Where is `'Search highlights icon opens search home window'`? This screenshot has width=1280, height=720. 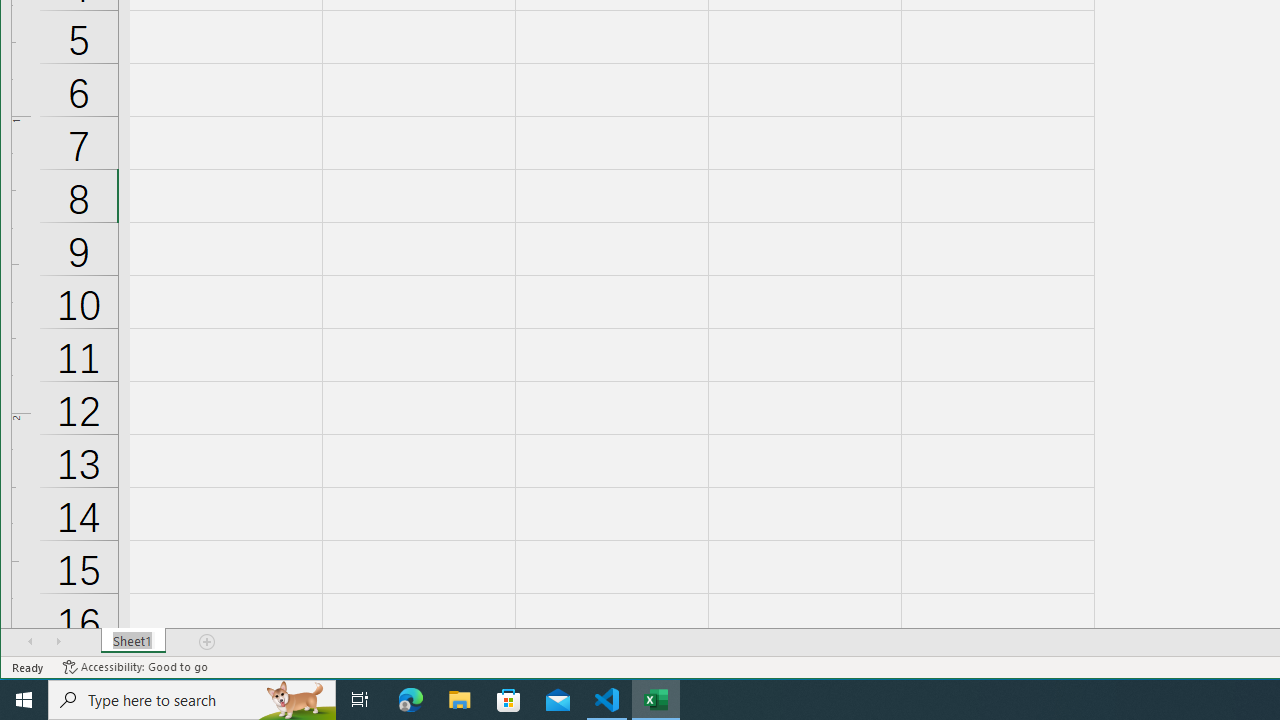
'Search highlights icon opens search home window' is located at coordinates (294, 698).